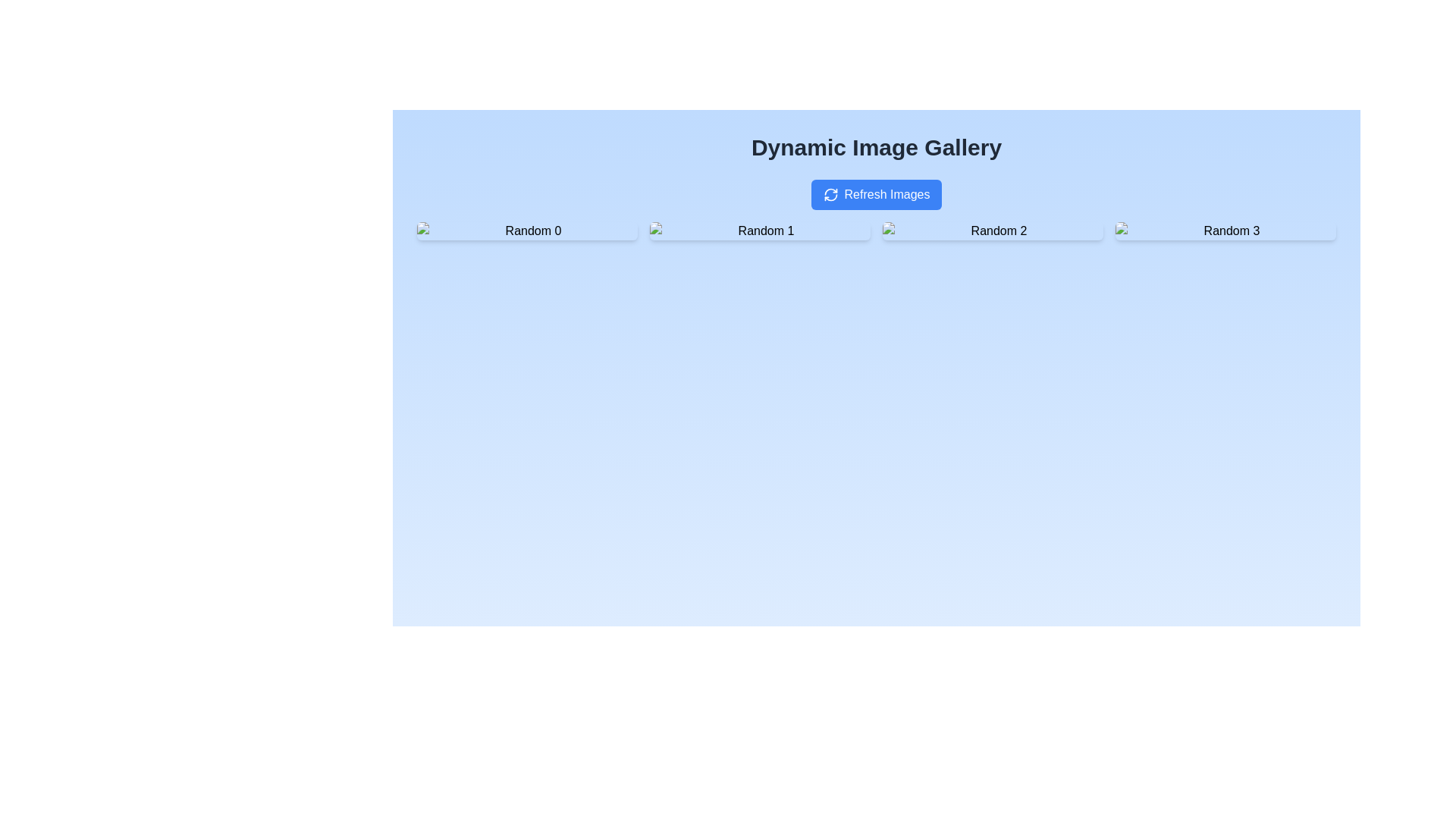  Describe the element at coordinates (527, 231) in the screenshot. I see `the image in the composite component, located at the top-left corner of the grid layout` at that location.